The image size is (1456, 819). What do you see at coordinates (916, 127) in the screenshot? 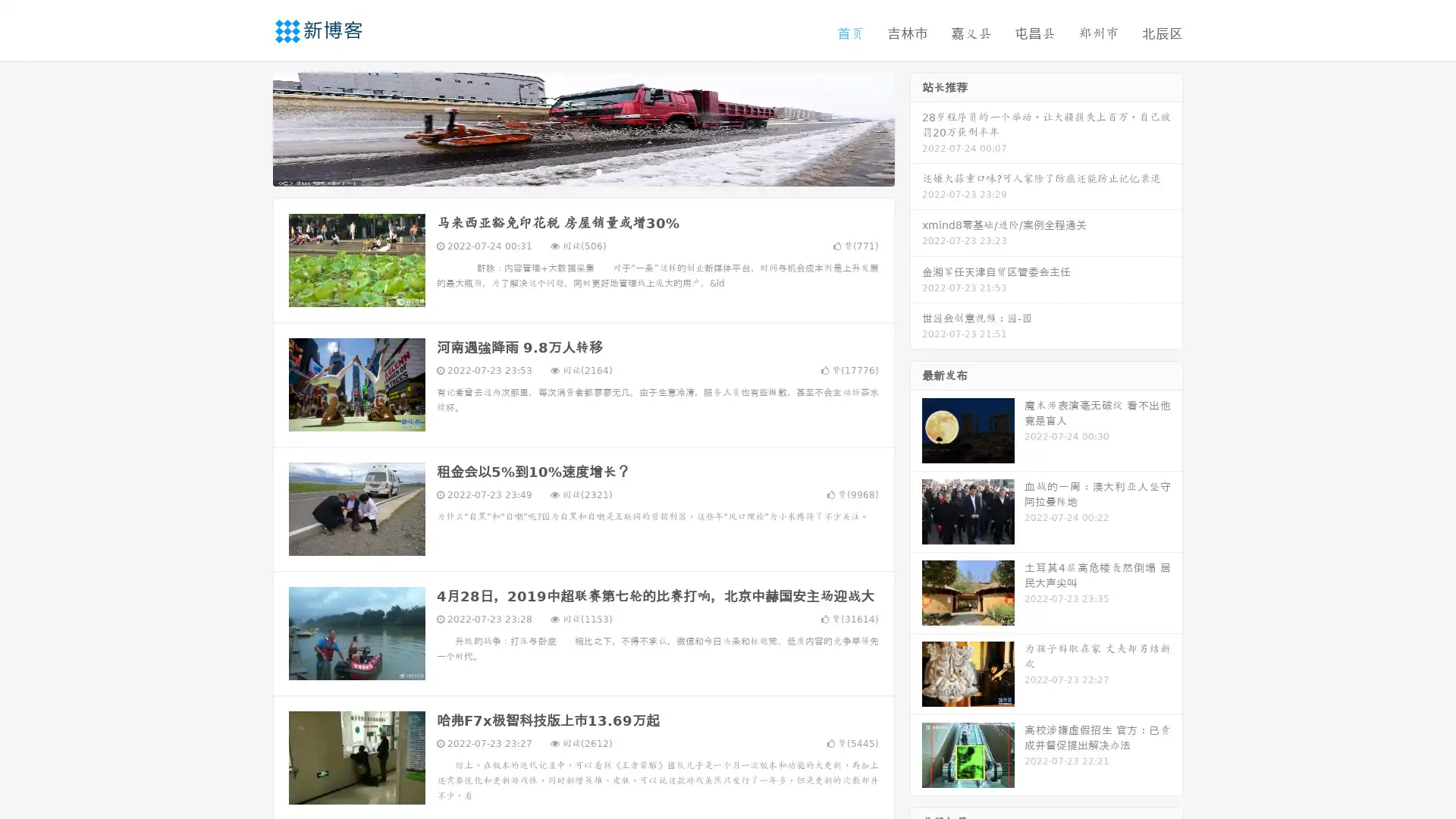
I see `Next slide` at bounding box center [916, 127].